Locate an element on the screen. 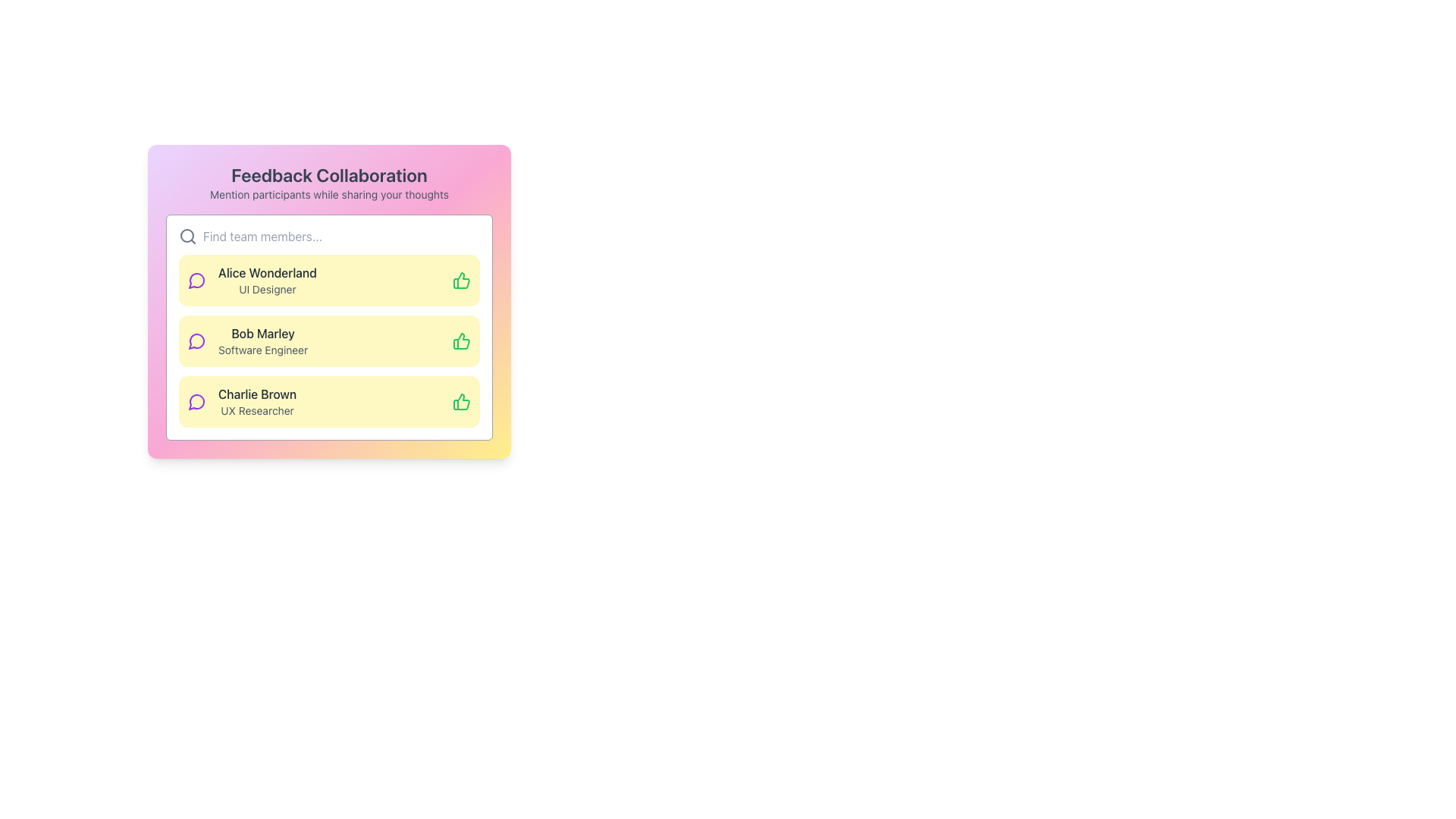 The width and height of the screenshot is (1456, 819). text label 'Bob Marley' which is styled in medium-sized, bold, gray typography and located in the second item of a vertical list within a card-like interface is located at coordinates (263, 332).